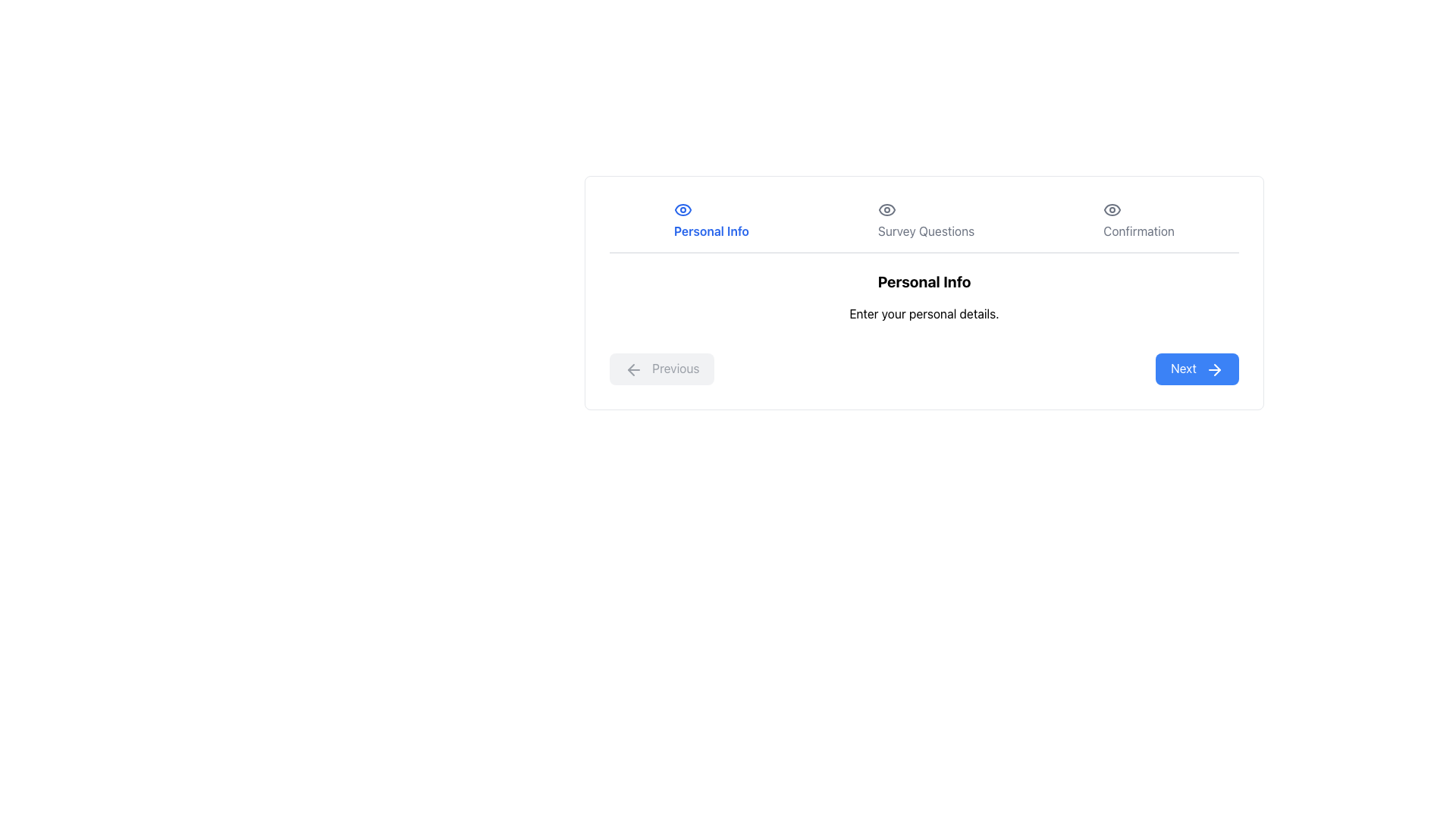 Image resolution: width=1456 pixels, height=819 pixels. Describe the element at coordinates (631, 369) in the screenshot. I see `the left arrow icon inside the 'Previous' button, which is positioned at the bottom-left corner of the layout` at that location.